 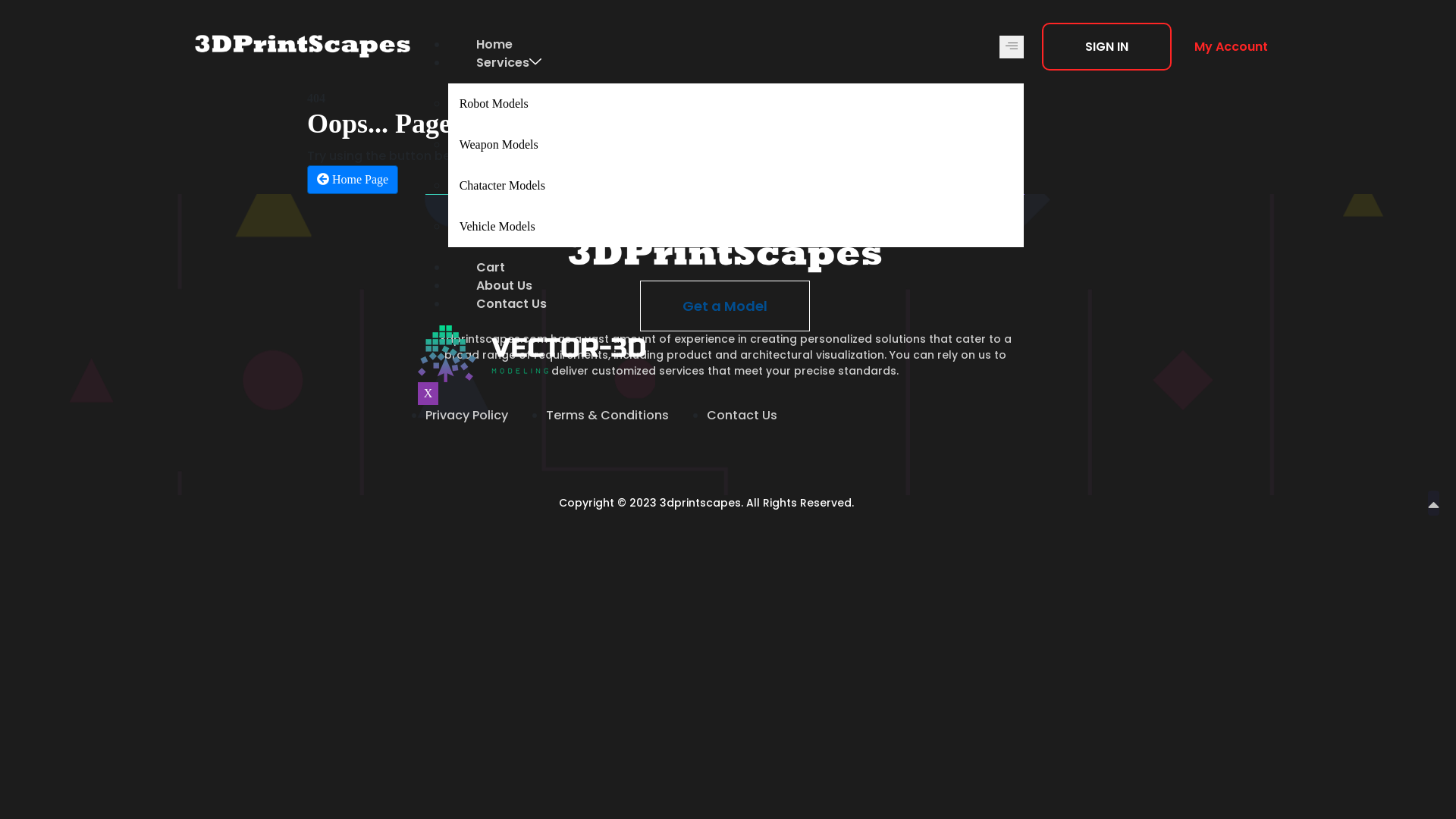 I want to click on 'Services', so click(x=447, y=61).